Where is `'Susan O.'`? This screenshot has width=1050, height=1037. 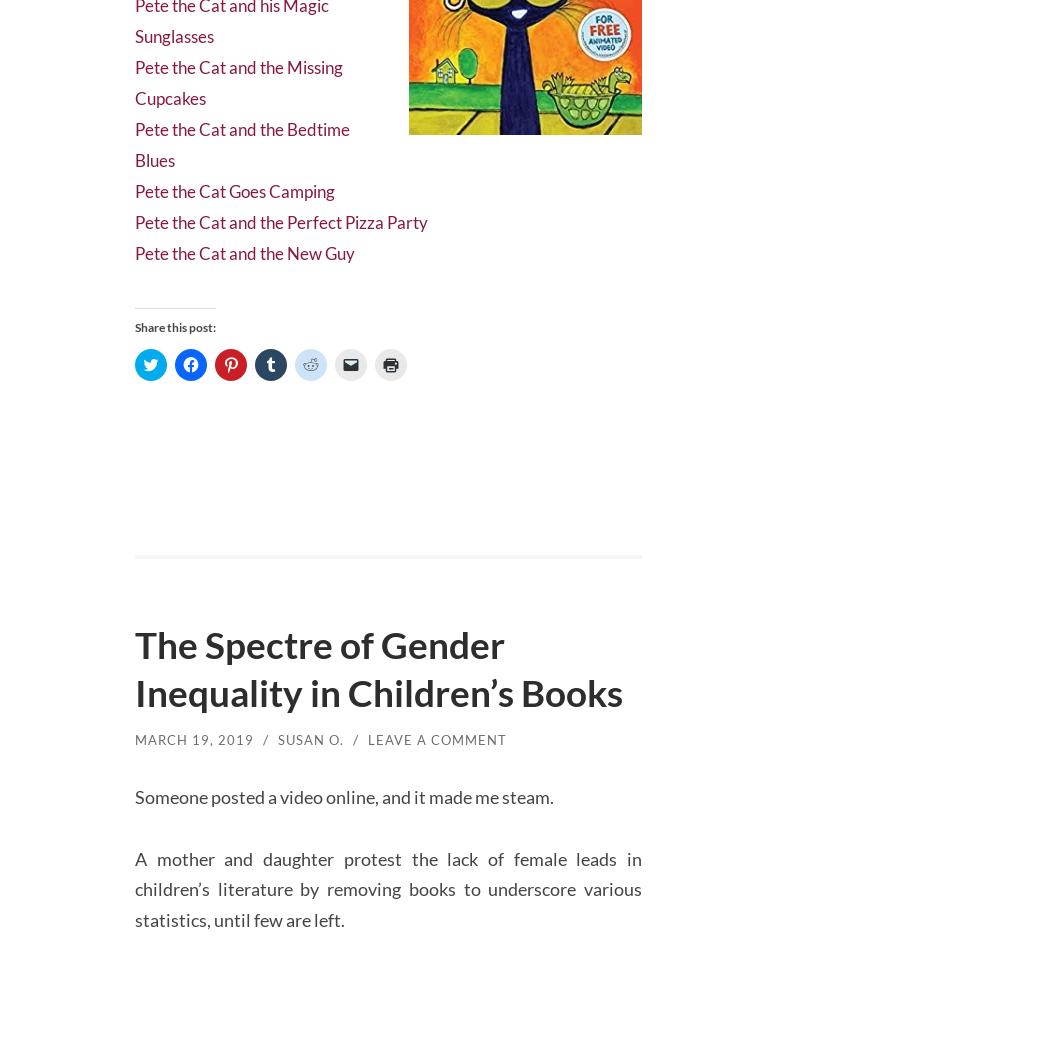
'Susan O.' is located at coordinates (318, 769).